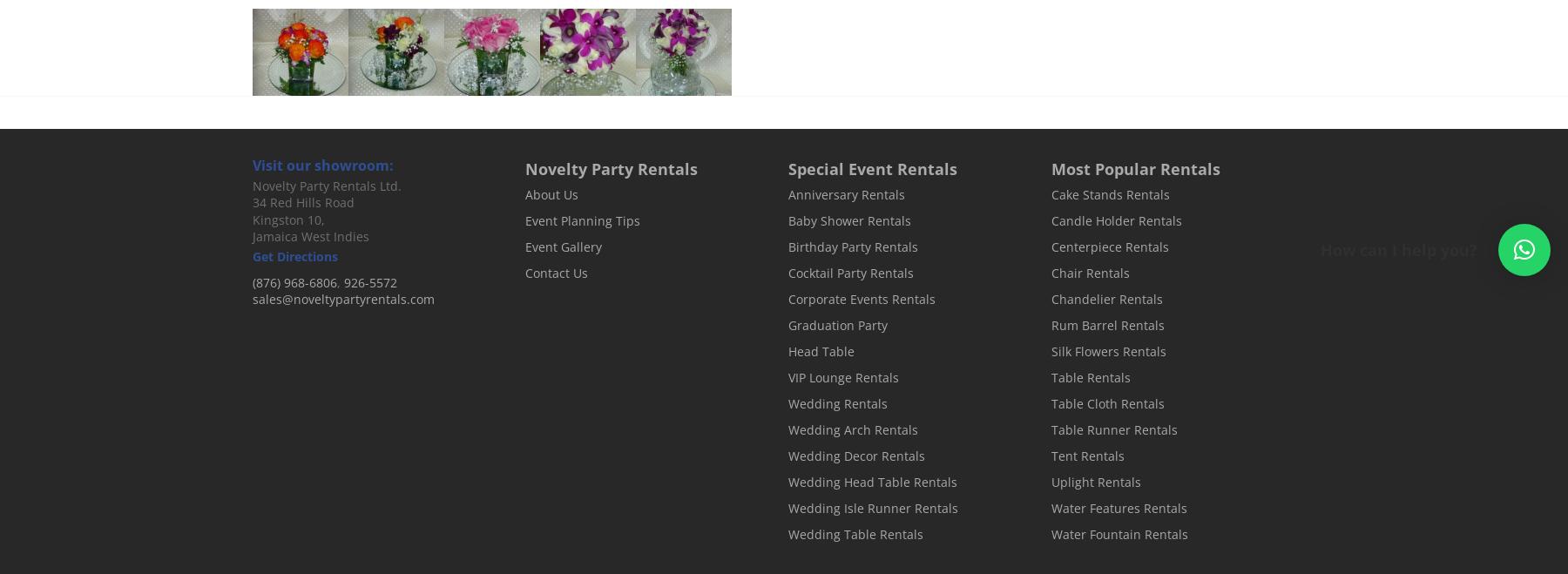  I want to click on '(876) 968-6806', so click(251, 281).